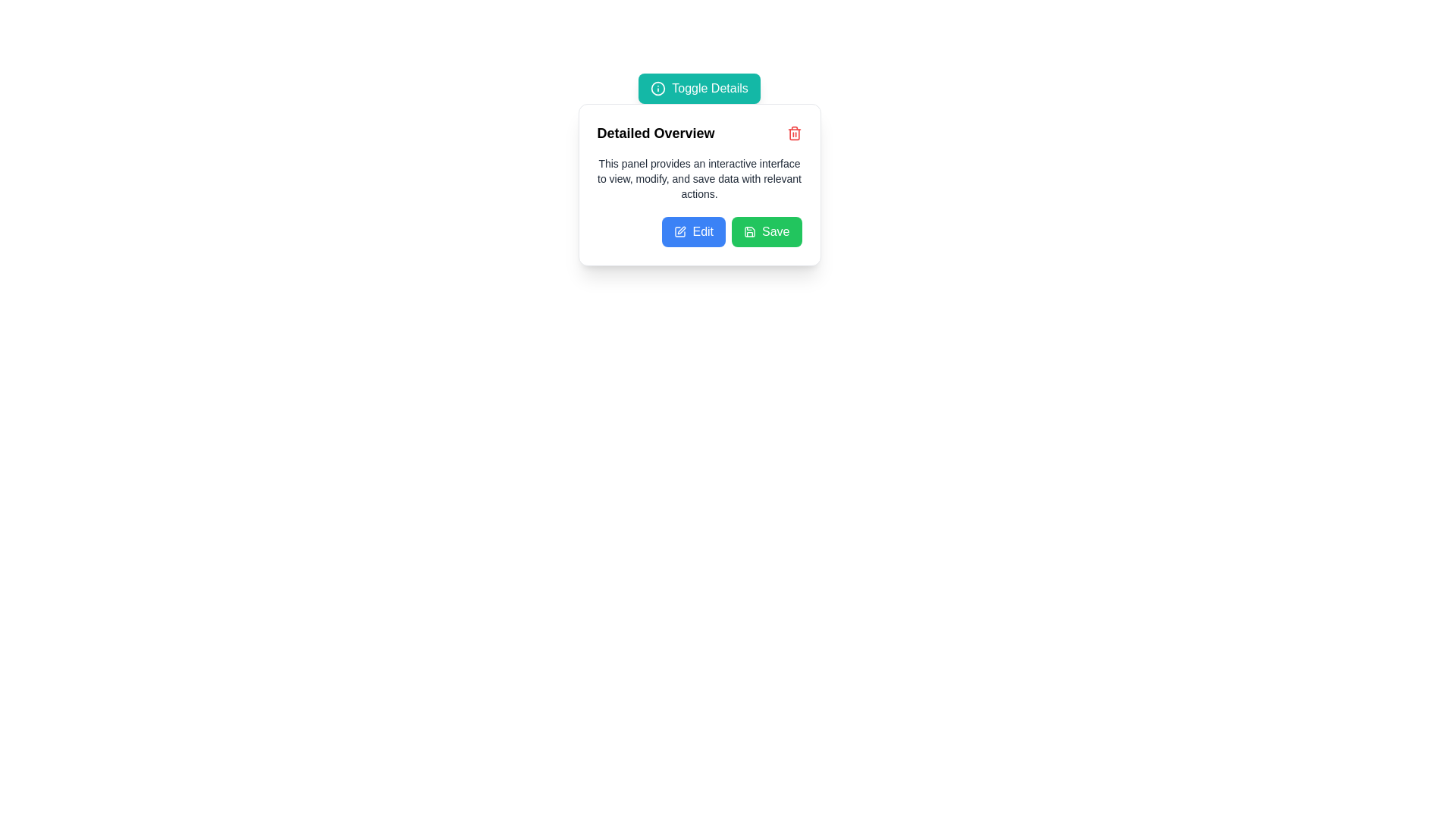 The image size is (1456, 819). What do you see at coordinates (749, 231) in the screenshot?
I see `the save icon located within the green button to the left of the 'Save' text, activating the save functionality` at bounding box center [749, 231].